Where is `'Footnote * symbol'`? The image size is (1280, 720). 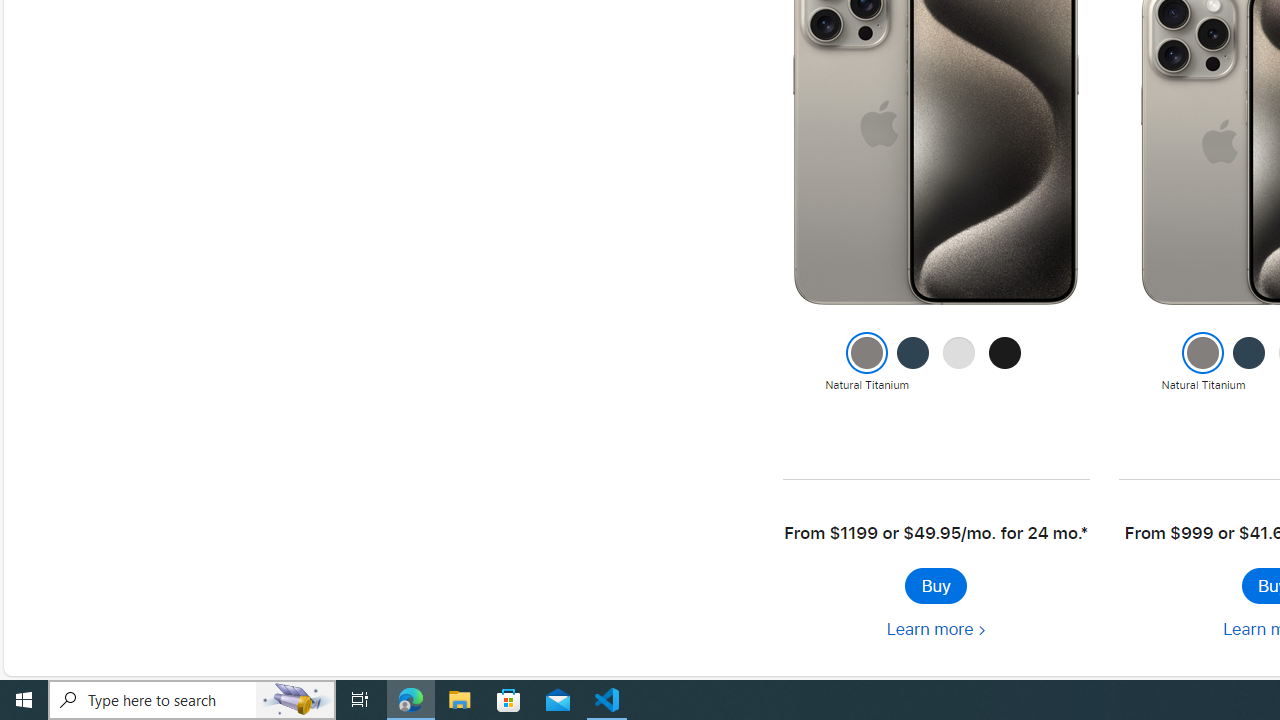 'Footnote * symbol' is located at coordinates (1083, 532).